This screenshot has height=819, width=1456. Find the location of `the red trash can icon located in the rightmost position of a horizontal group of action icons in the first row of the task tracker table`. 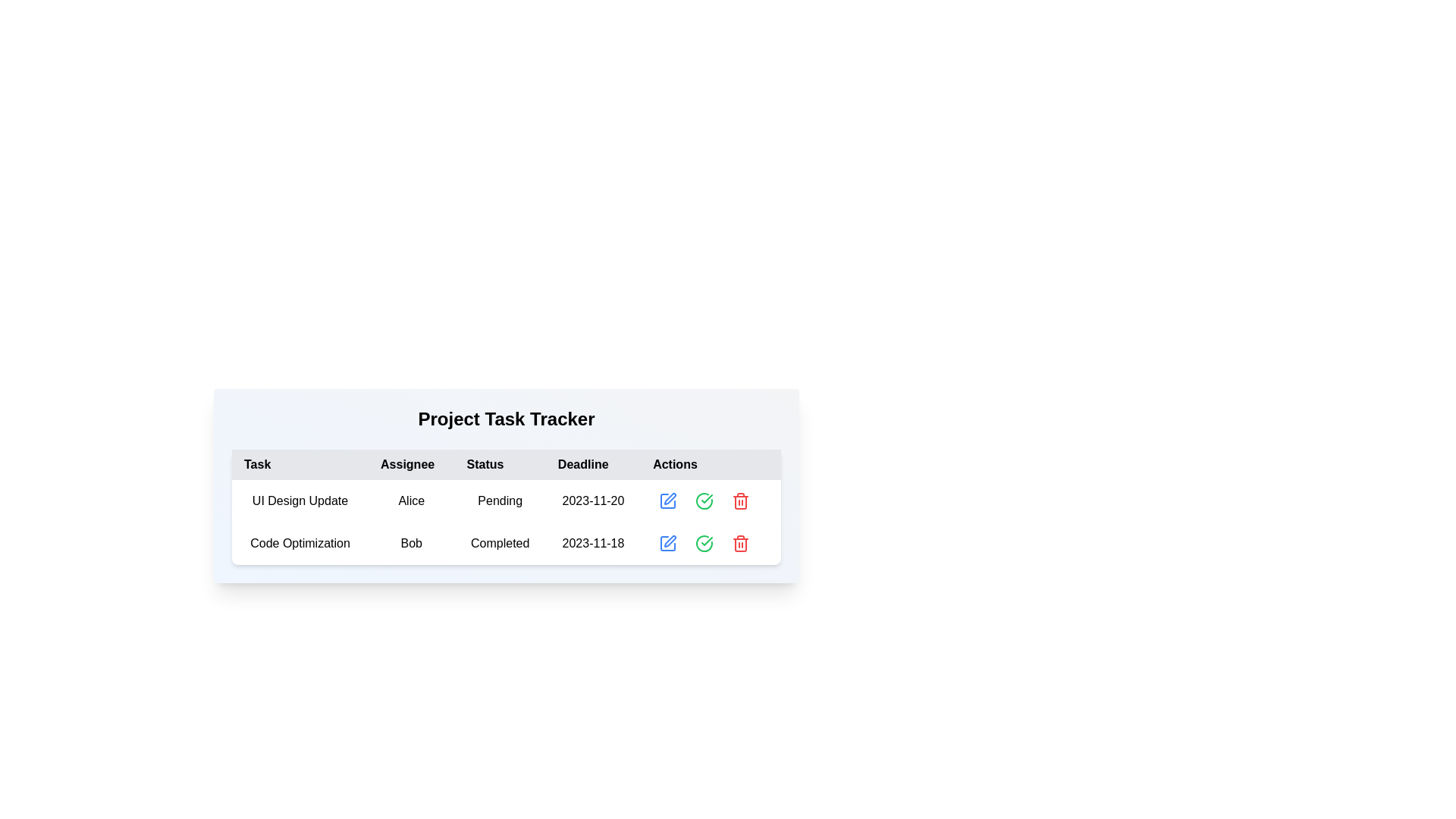

the red trash can icon located in the rightmost position of a horizontal group of action icons in the first row of the task tracker table is located at coordinates (741, 500).